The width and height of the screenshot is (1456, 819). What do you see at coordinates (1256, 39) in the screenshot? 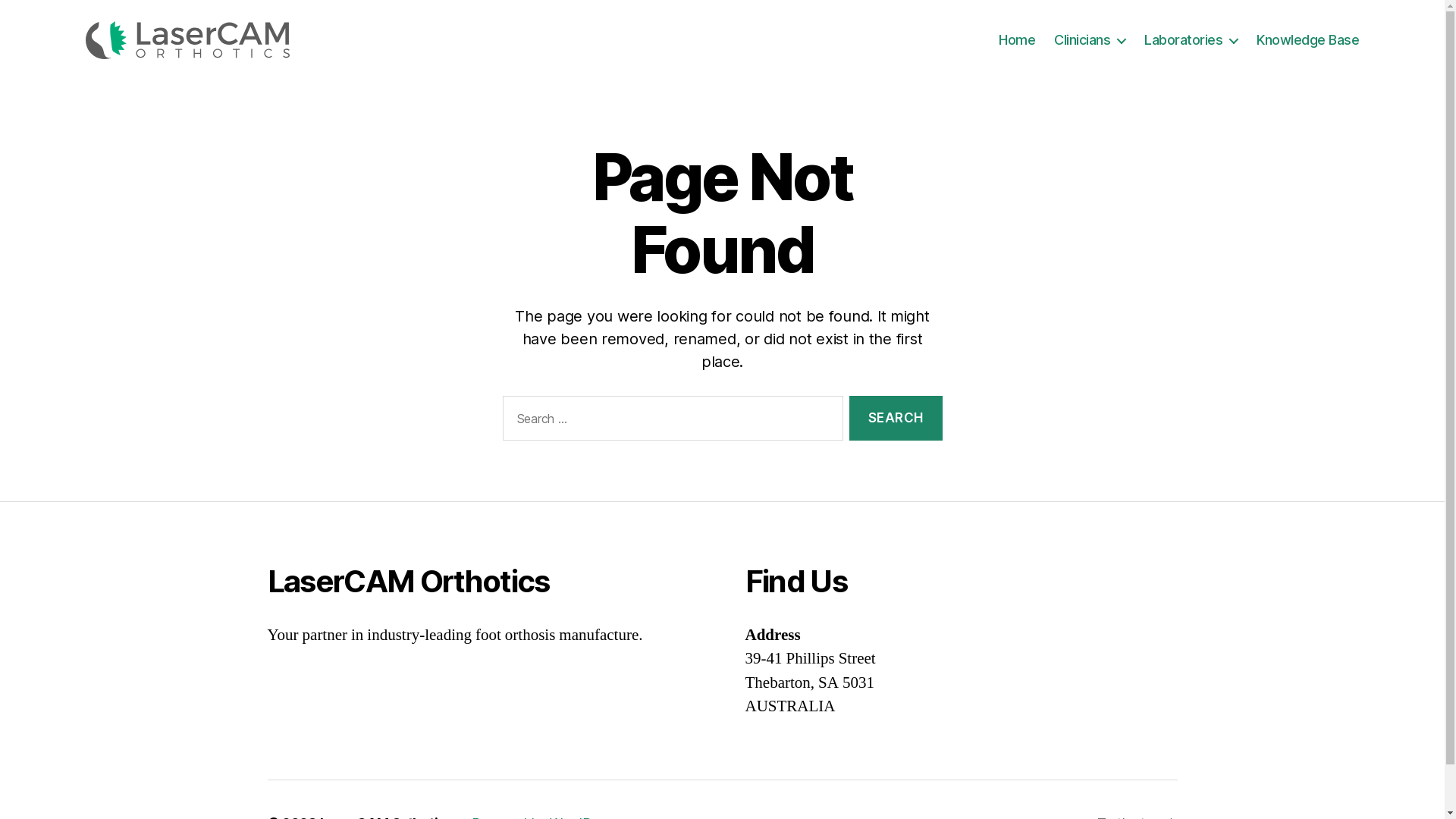
I see `'Knowledge Base'` at bounding box center [1256, 39].